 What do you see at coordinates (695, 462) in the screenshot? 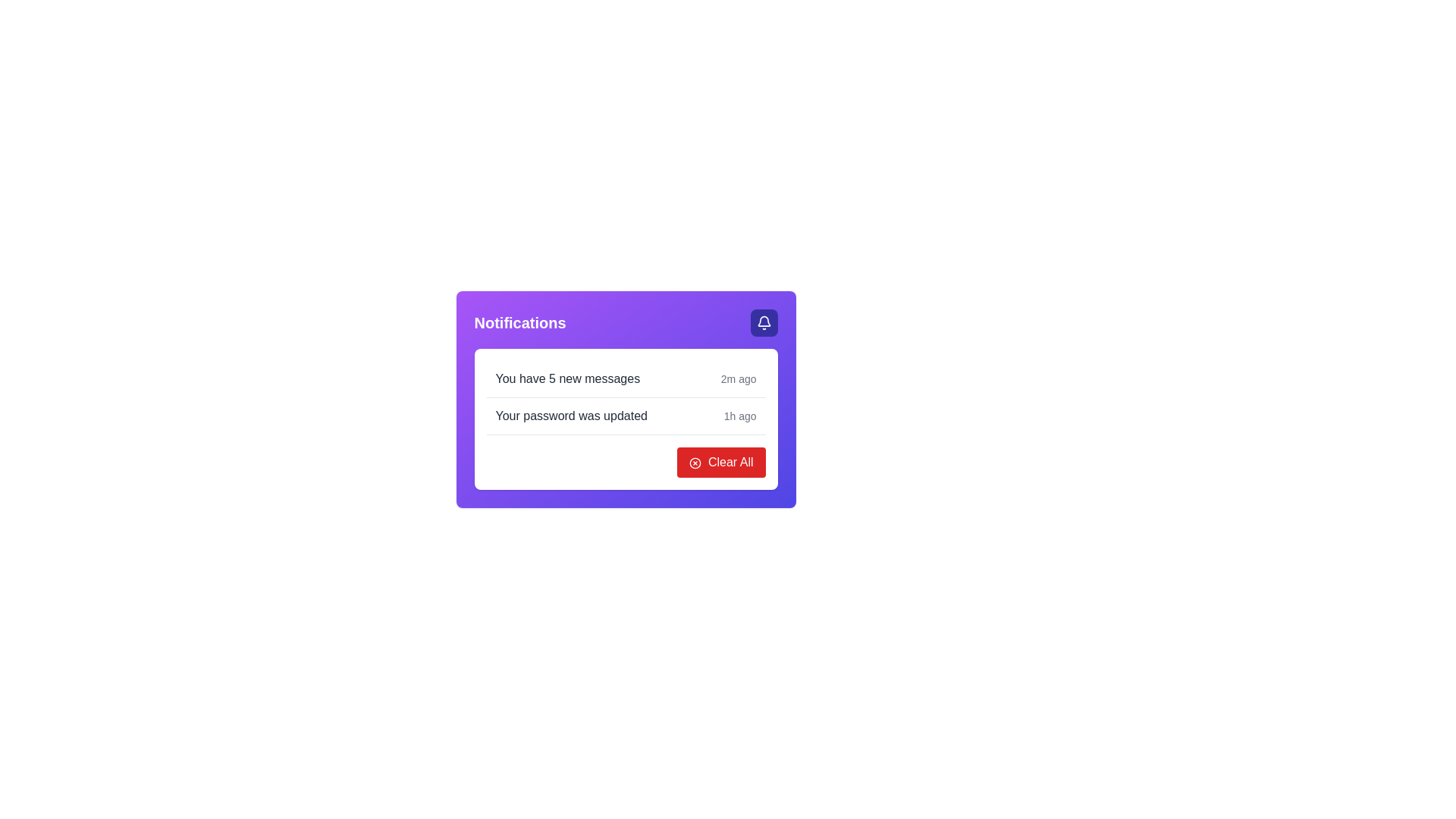
I see `the circular red icon with a crossed-out 'X' symbol located on the left end of the 'Clear All' button within the notification card` at bounding box center [695, 462].